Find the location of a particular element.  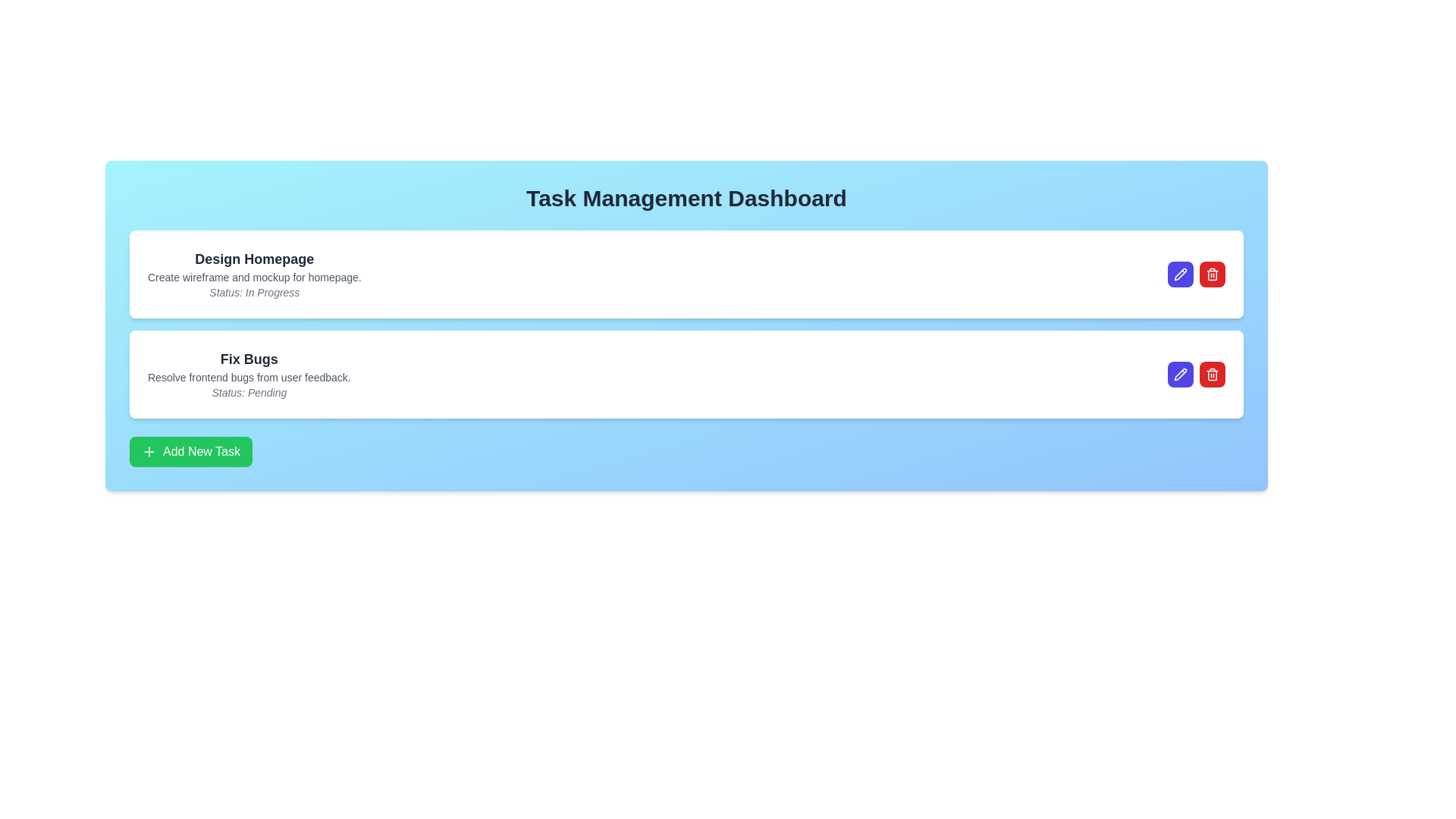

the red delete button with a trash bin icon located in the top-right corner of the task card is located at coordinates (1211, 374).